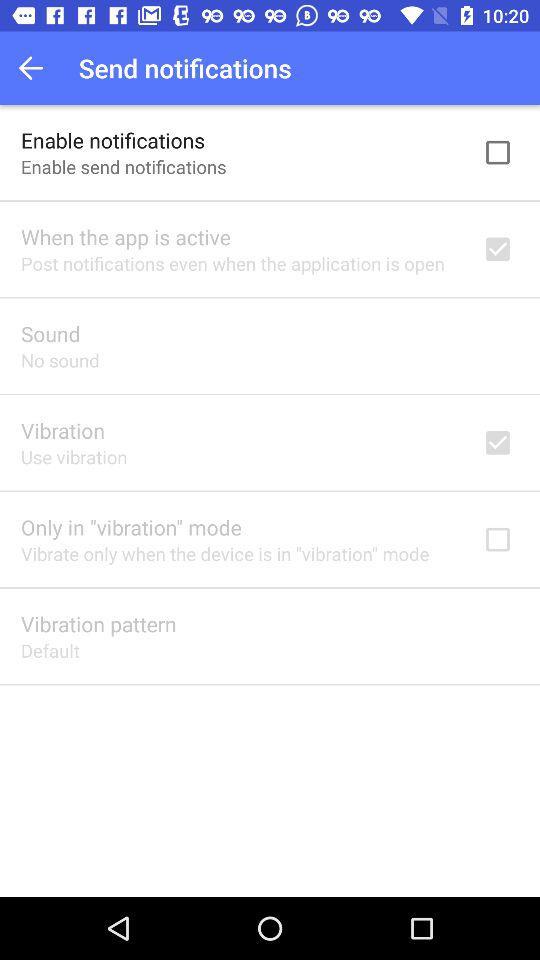  I want to click on the item below vibration pattern icon, so click(50, 649).